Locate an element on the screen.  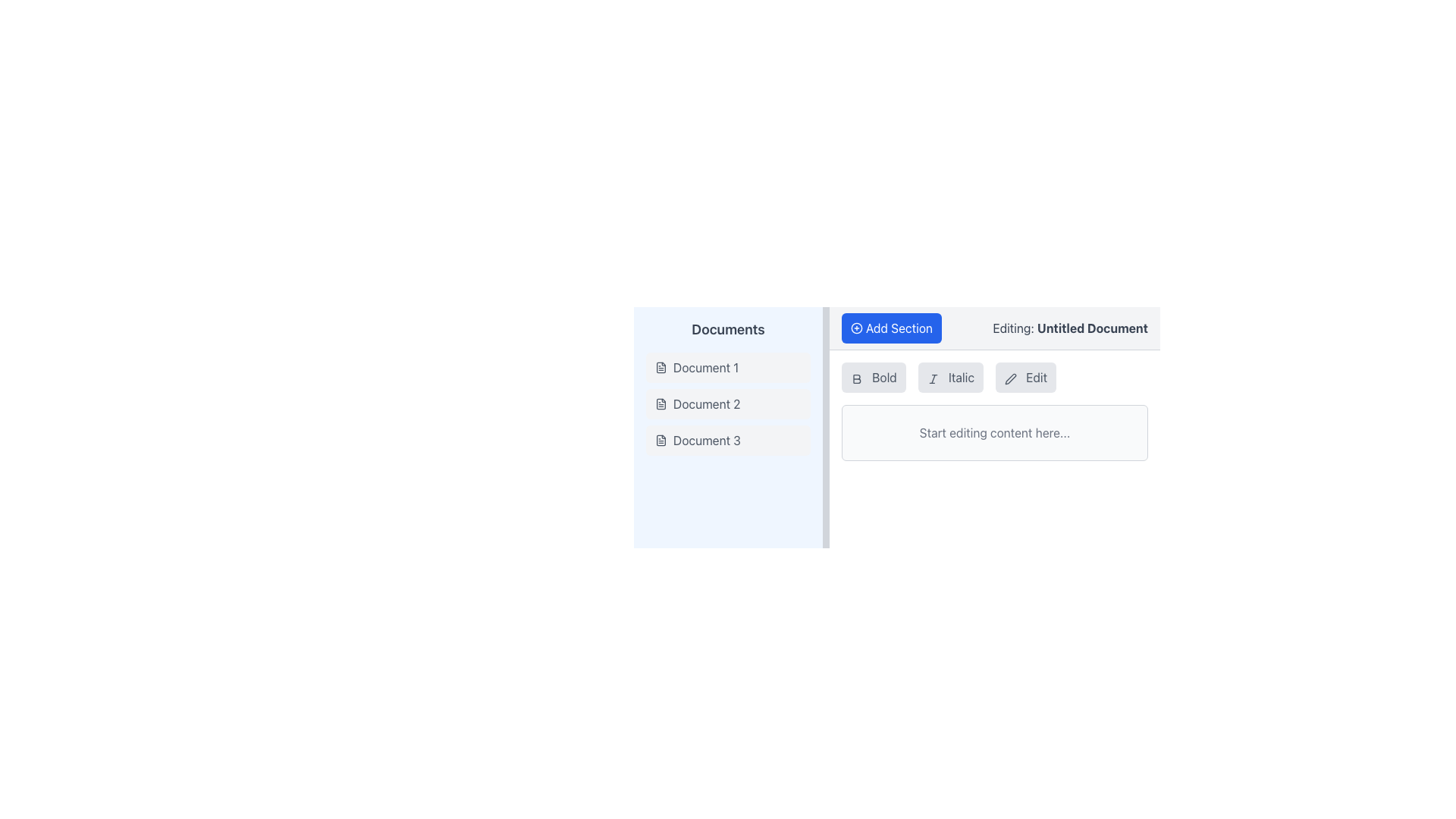
the small pen-shaped icon in black and white located near the top-right corner of the text editor section is located at coordinates (1011, 378).